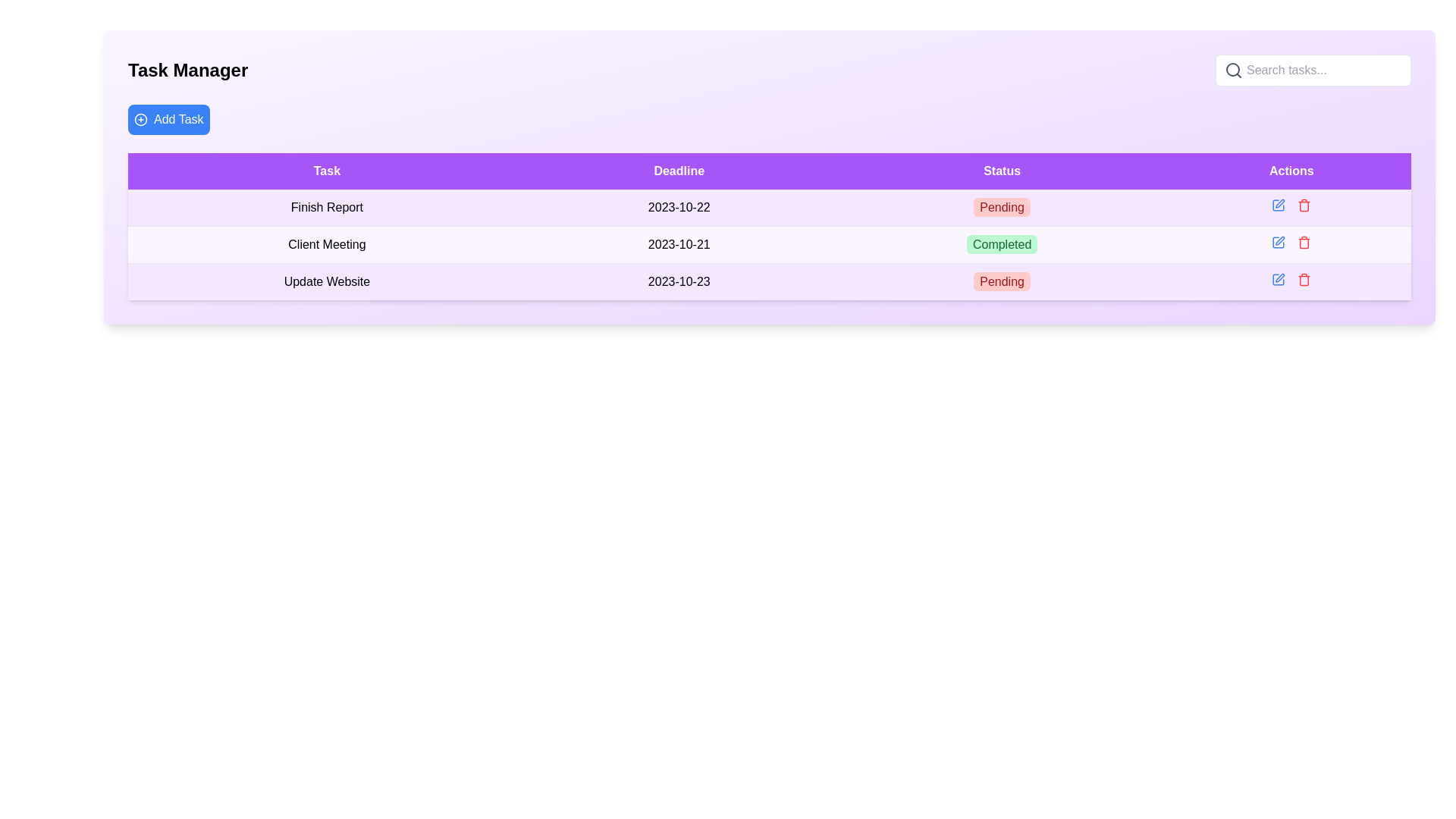  Describe the element at coordinates (326, 208) in the screenshot. I see `the task descriptor element located in the first row of the task management table under the 'Task' column header` at that location.